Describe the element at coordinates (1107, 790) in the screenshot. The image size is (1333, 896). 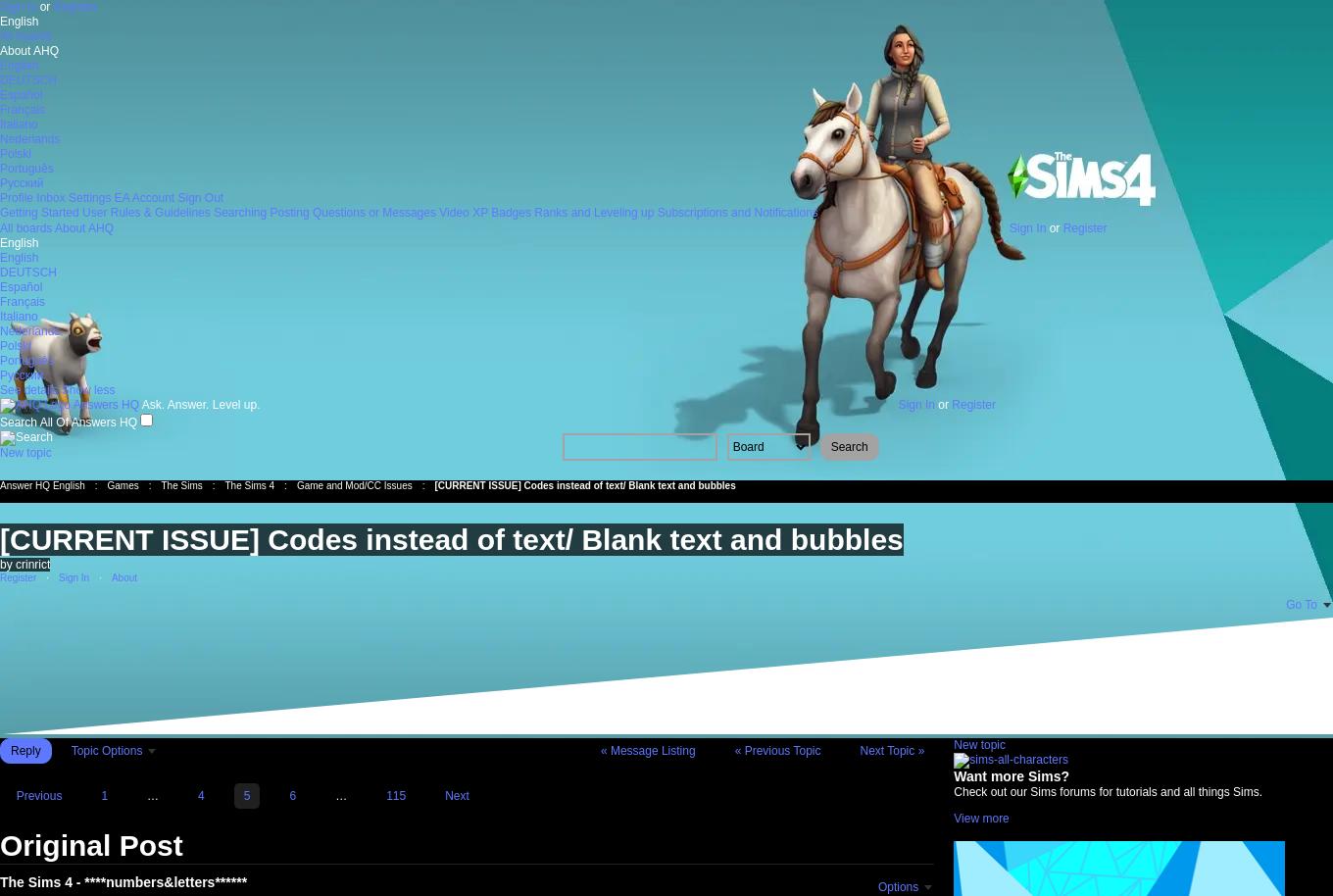
I see `'Check out our Sims forums for tutorials and all things Sims.'` at that location.